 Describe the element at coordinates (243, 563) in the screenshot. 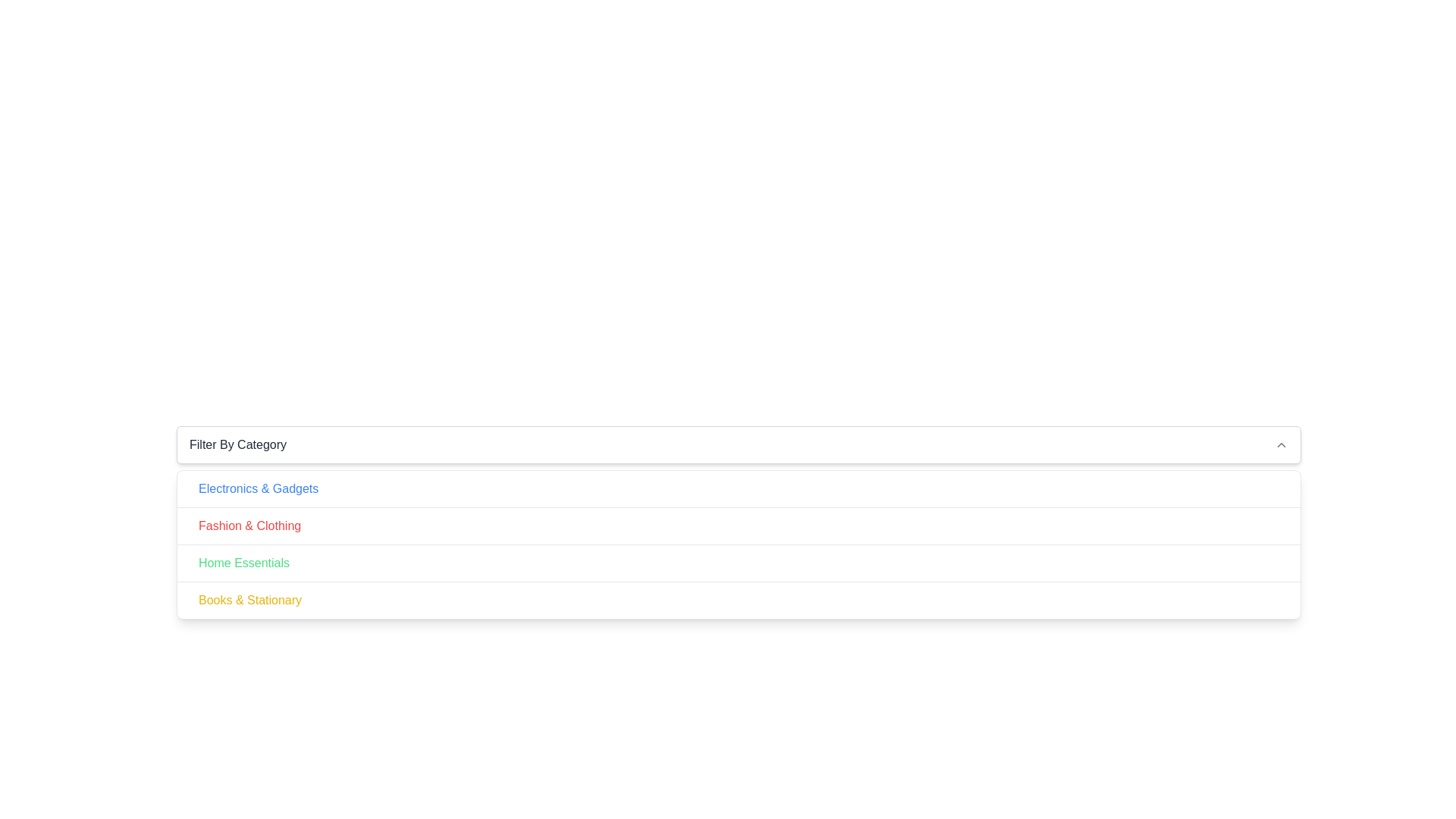

I see `the green-colored text label 'Home Essentials'` at that location.